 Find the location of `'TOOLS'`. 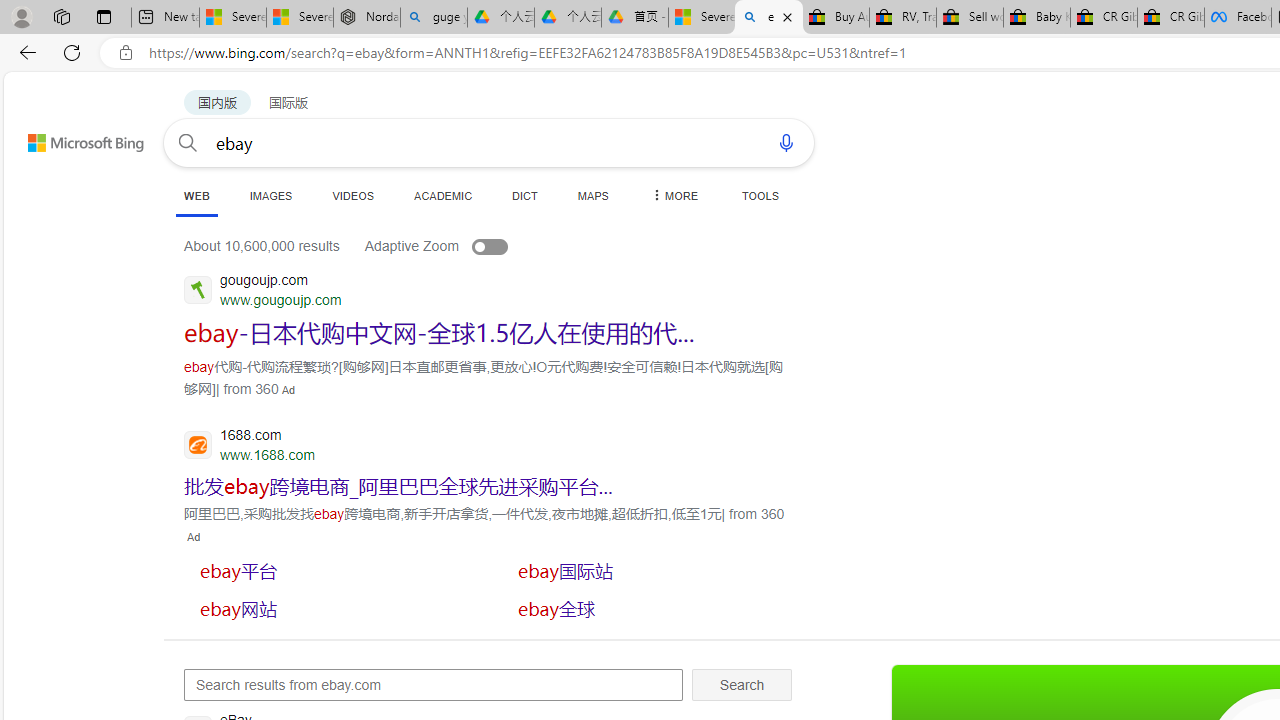

'TOOLS' is located at coordinates (759, 195).